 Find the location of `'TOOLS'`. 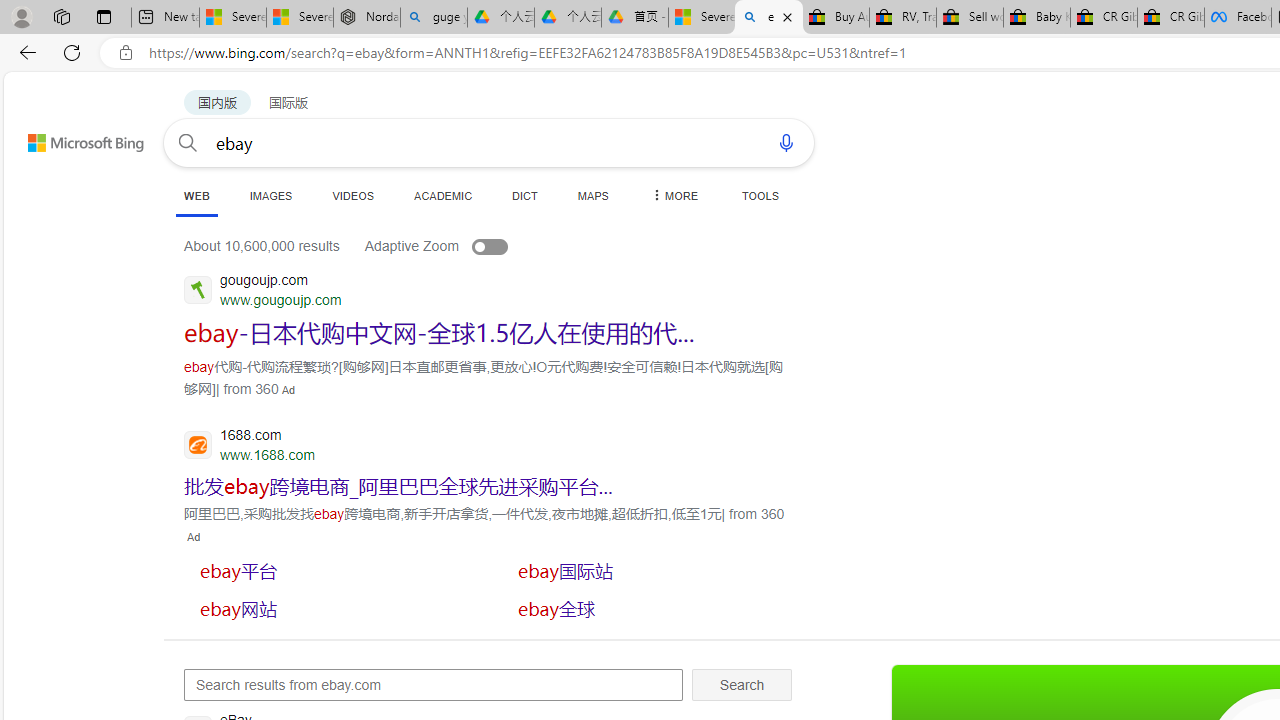

'TOOLS' is located at coordinates (759, 195).